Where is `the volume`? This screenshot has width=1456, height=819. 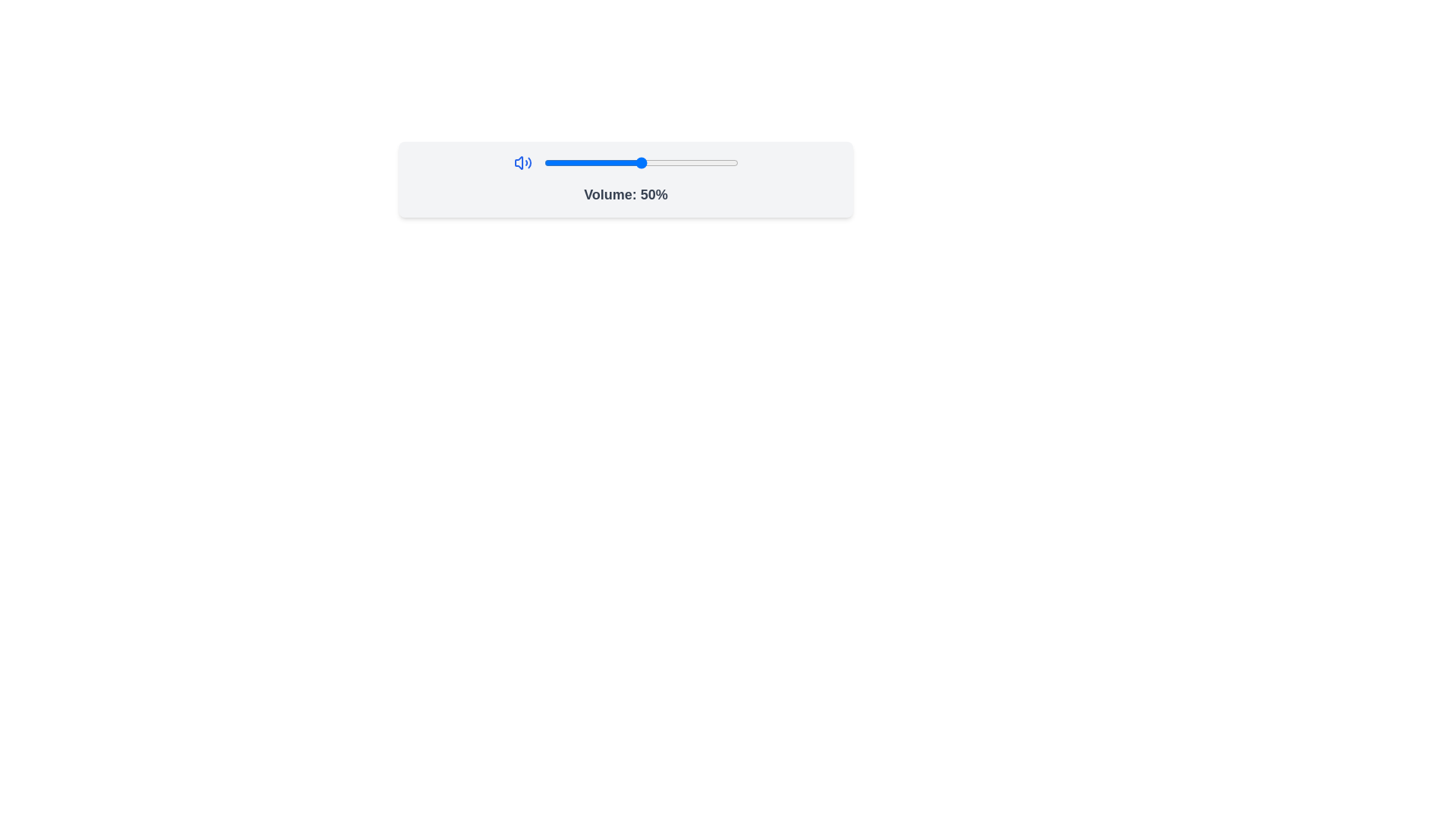 the volume is located at coordinates (551, 163).